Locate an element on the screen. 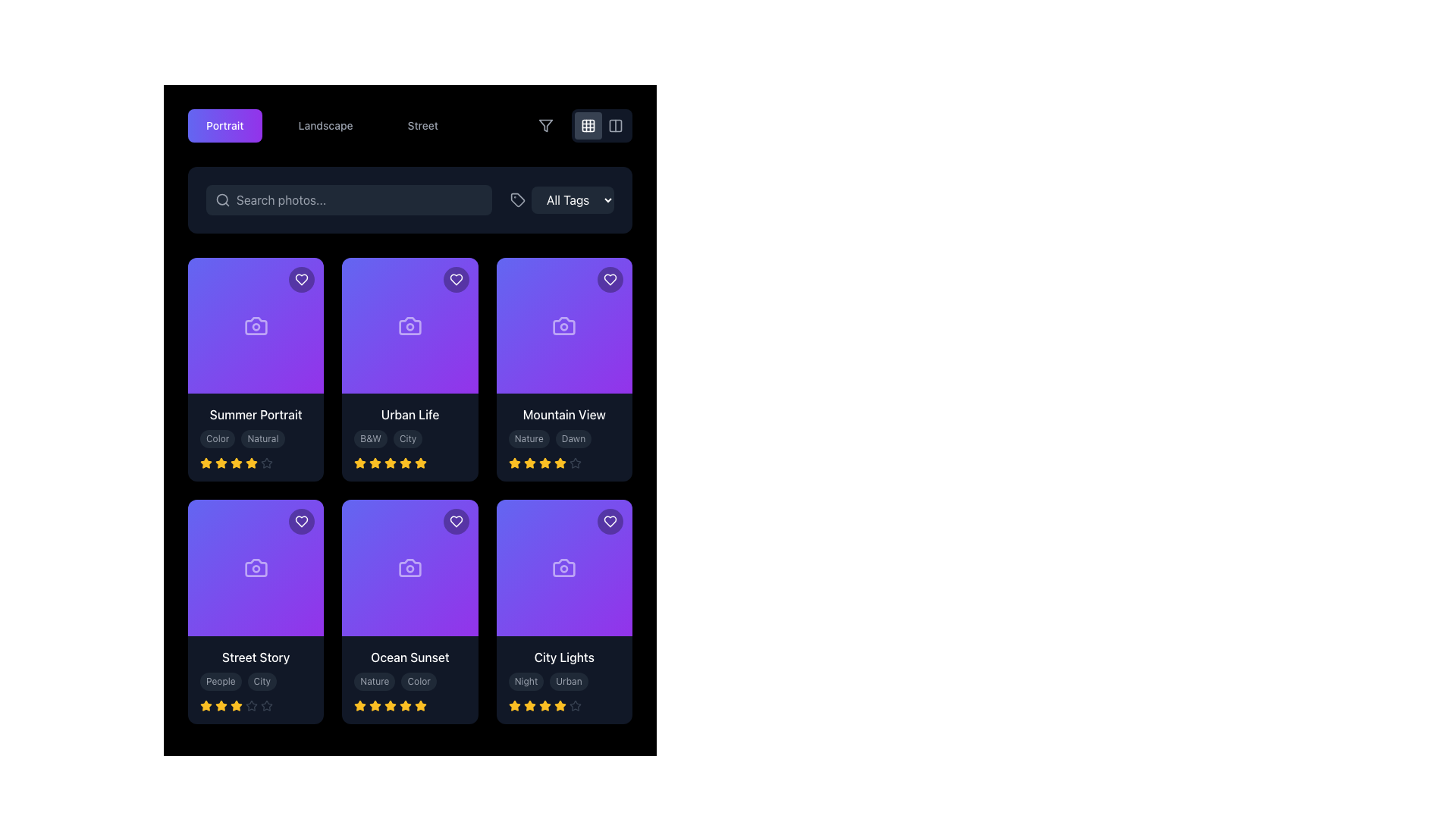  the purple heart icon located in the top right corner of the 'Ocean Sunset' card is located at coordinates (455, 521).